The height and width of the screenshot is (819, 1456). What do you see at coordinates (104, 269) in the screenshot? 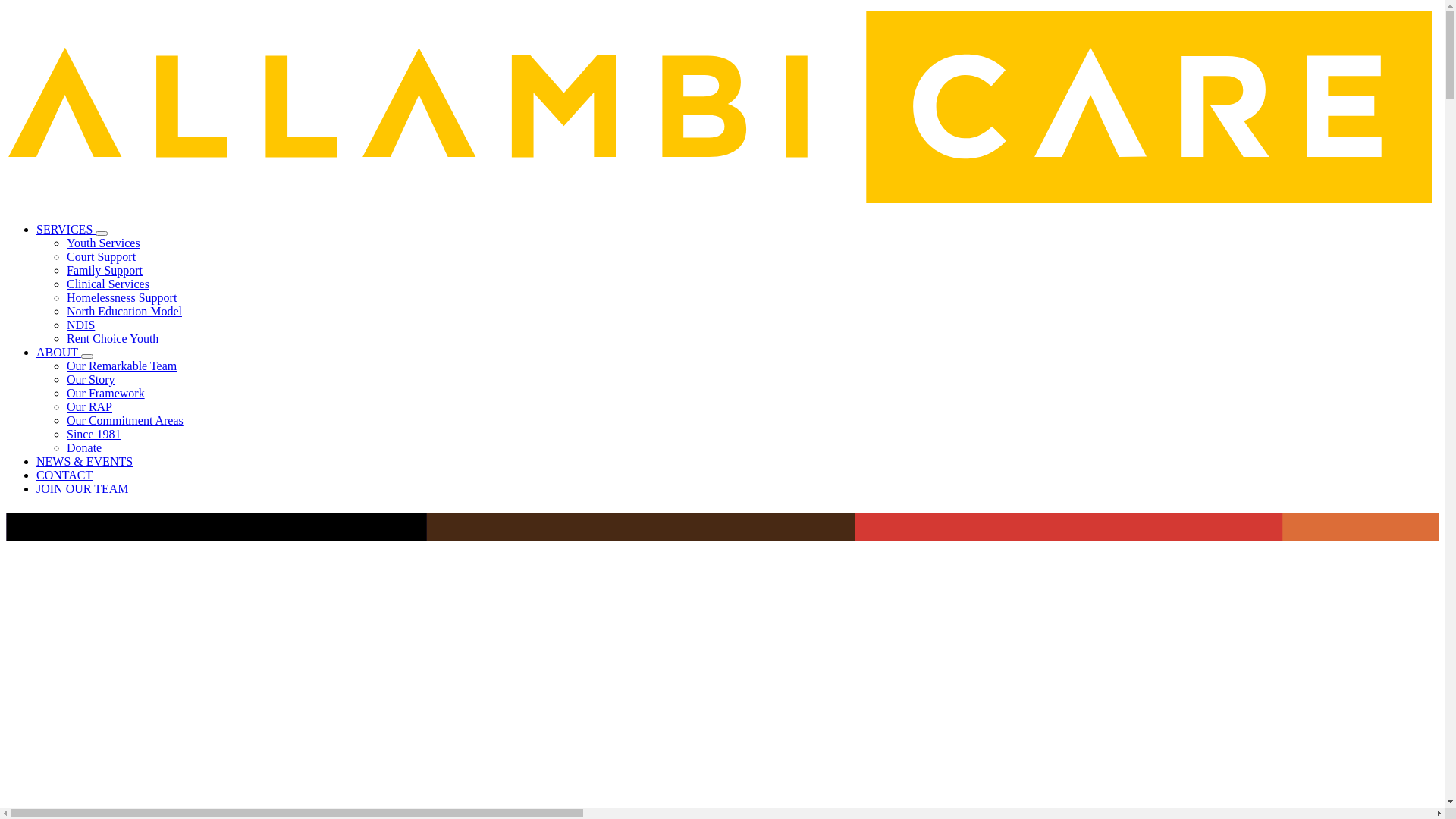
I see `'Family Support'` at bounding box center [104, 269].